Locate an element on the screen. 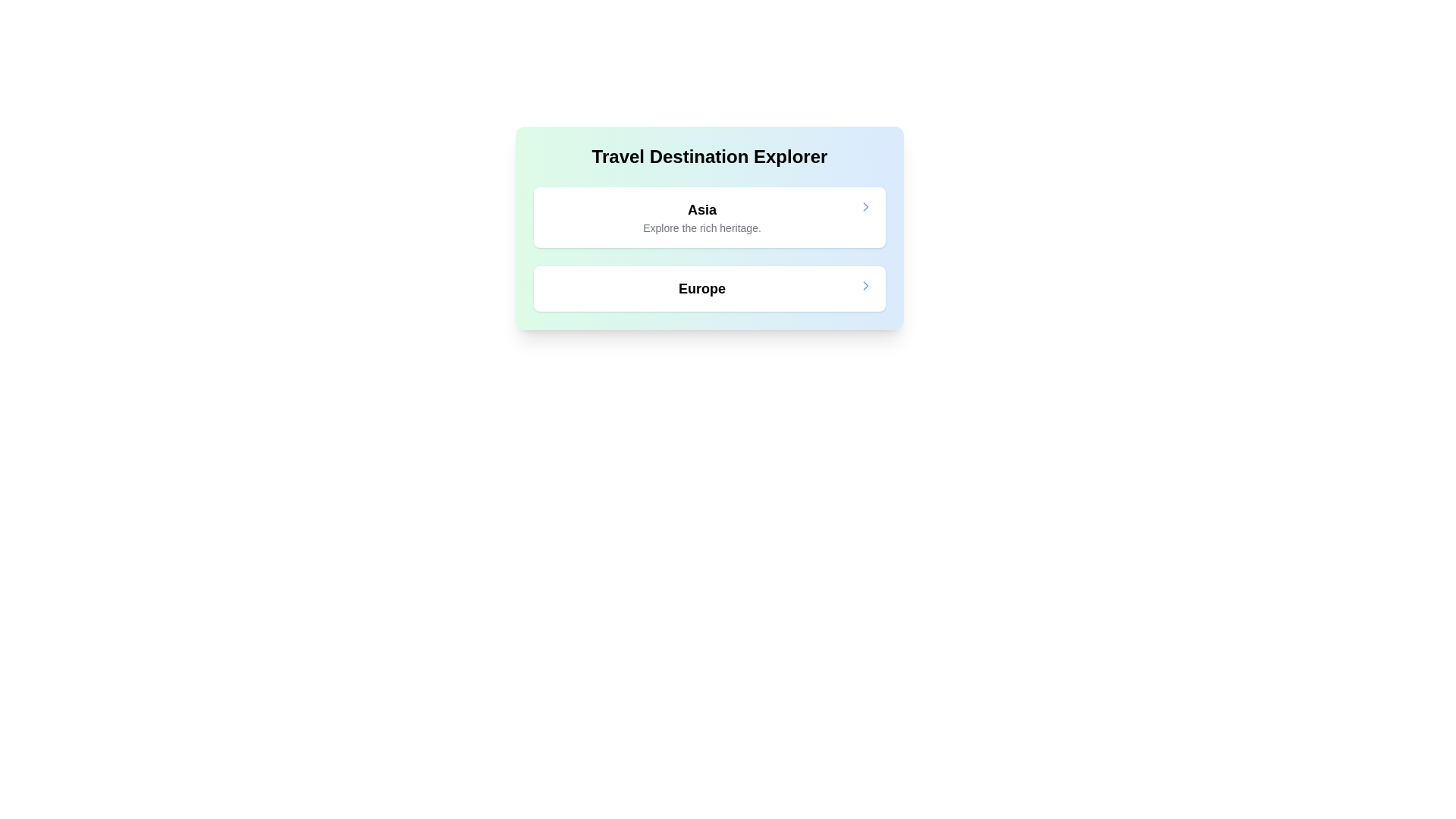  the highlighted region surrounding the rightward-pointing chevron icon next to the 'Asia' text block is located at coordinates (866, 207).